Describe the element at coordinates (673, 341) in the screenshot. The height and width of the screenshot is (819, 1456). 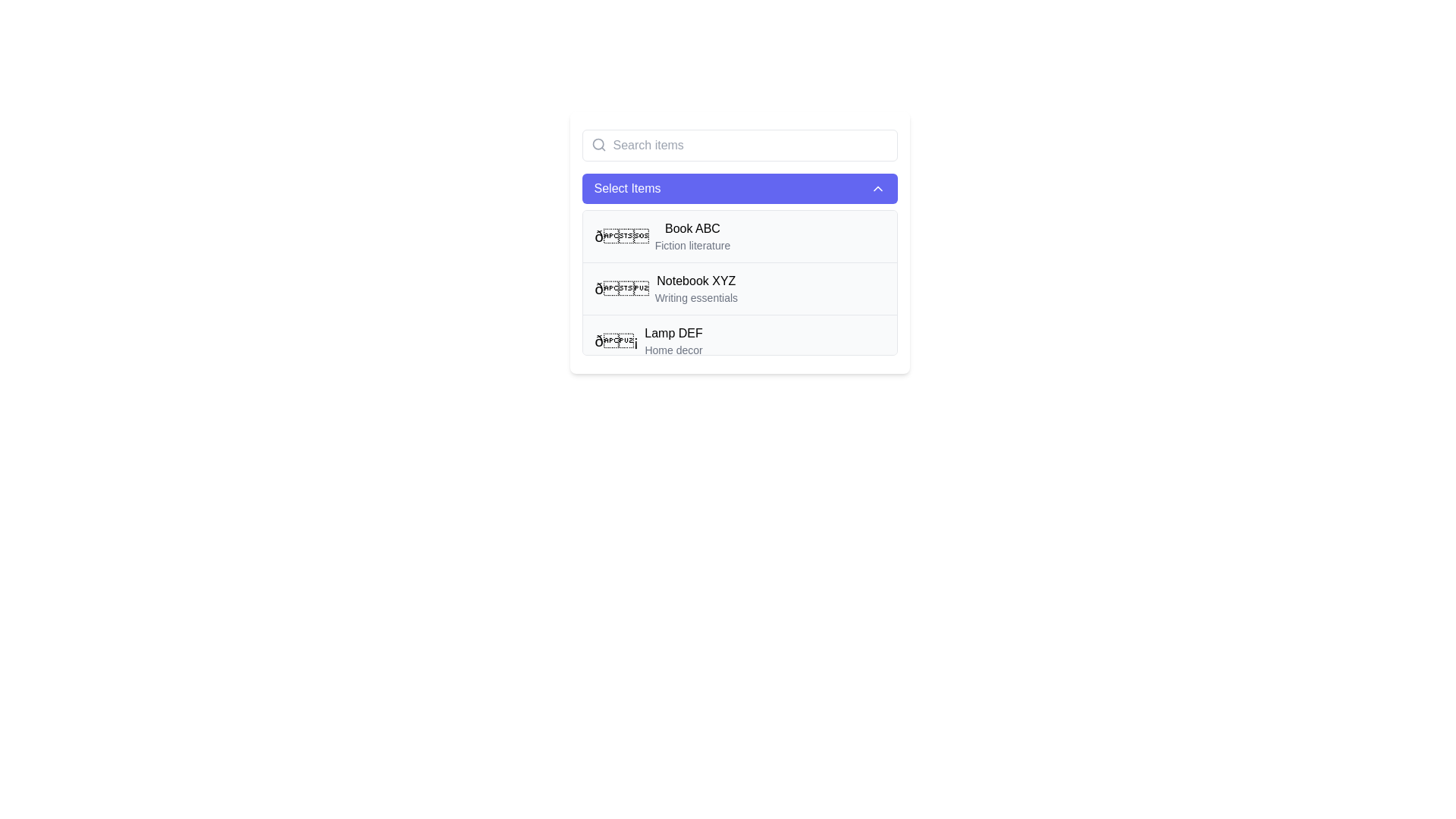
I see `the text block displaying 'Lamp DEF' with the description 'Home decor' in the third entry of the vertical selection list` at that location.